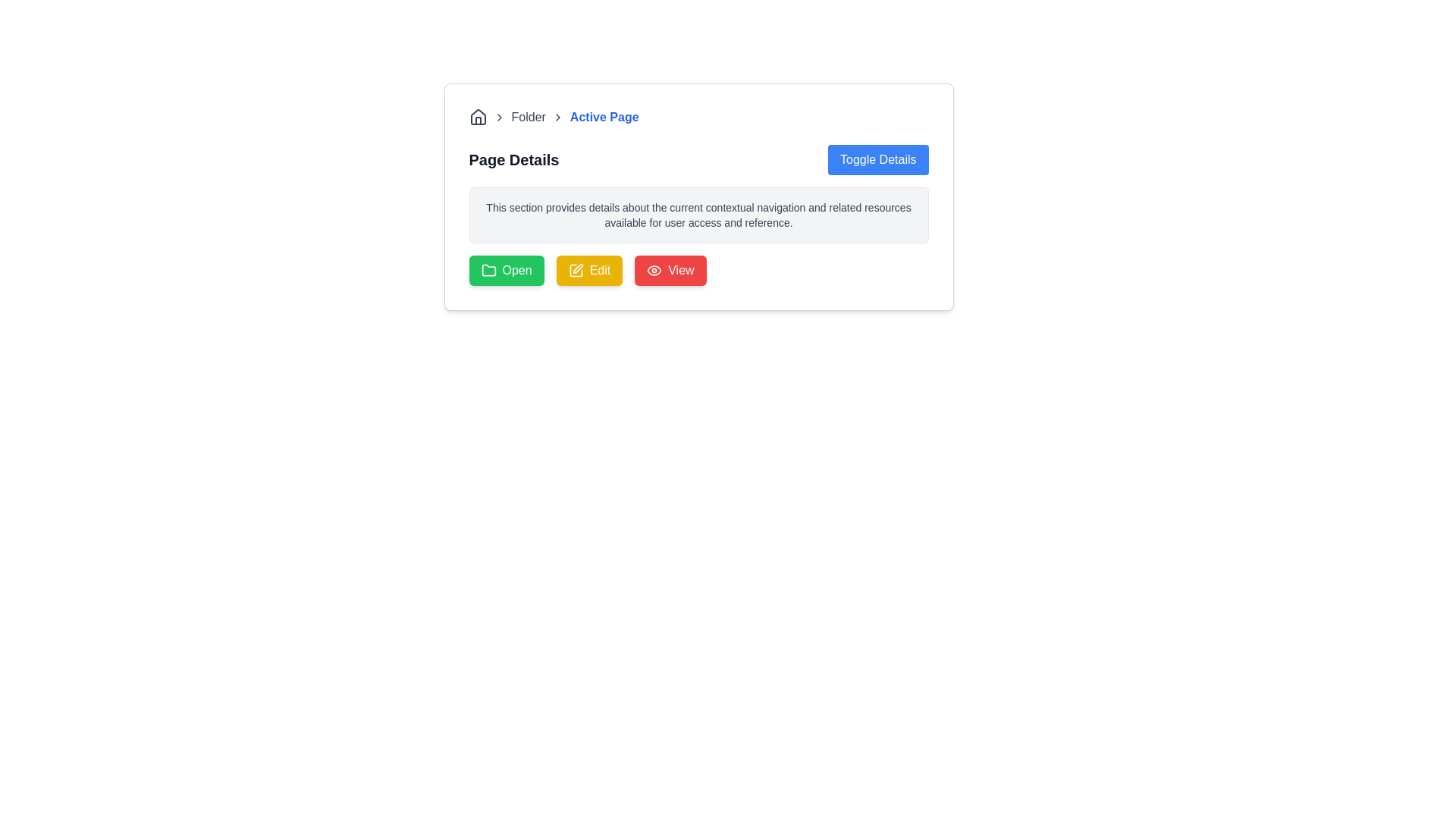 The width and height of the screenshot is (1456, 819). What do you see at coordinates (477, 116) in the screenshot?
I see `the house-shaped icon at the far left of the breadcrumb navigation bar` at bounding box center [477, 116].